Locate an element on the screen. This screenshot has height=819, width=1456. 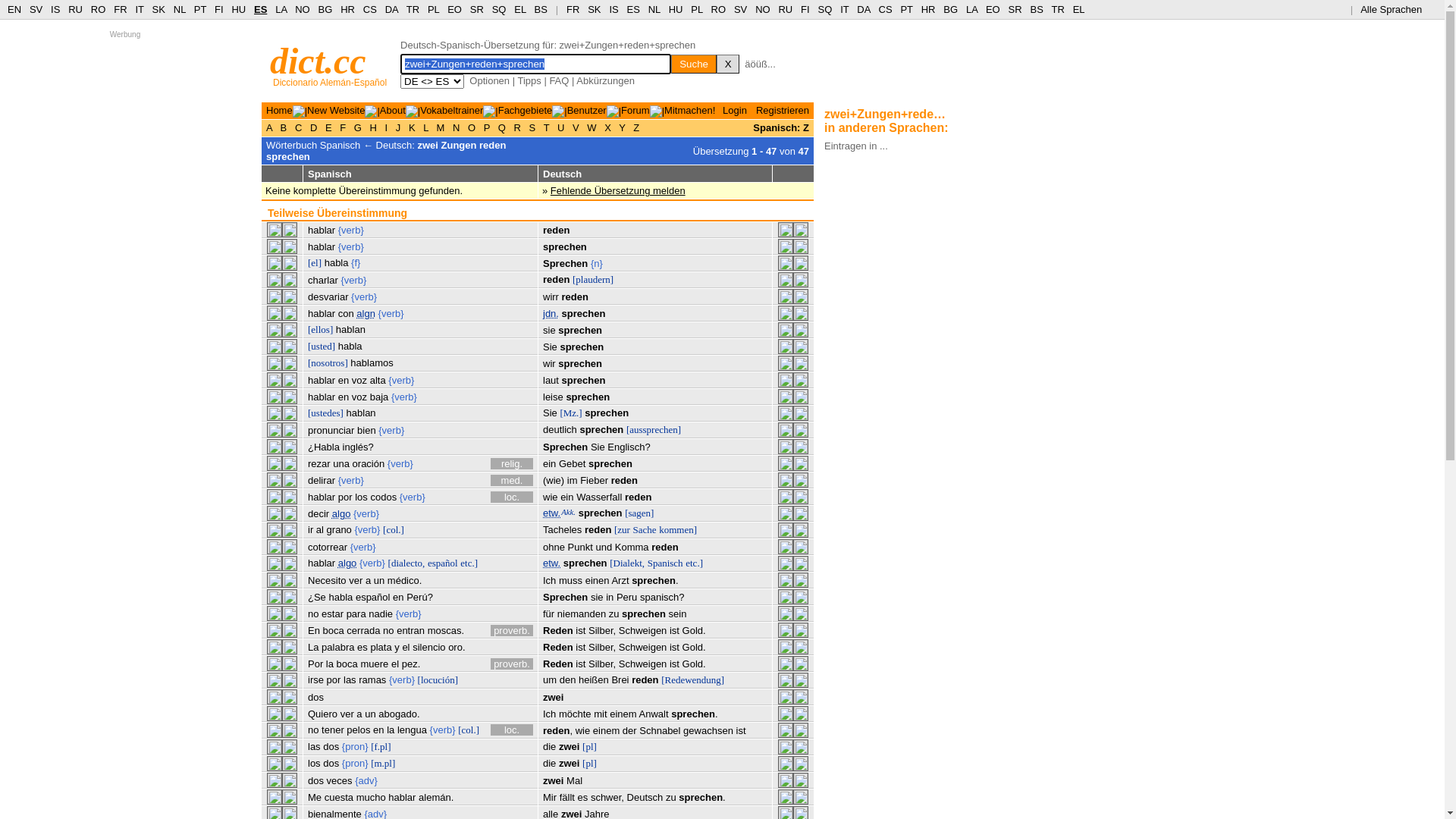
'las' is located at coordinates (349, 679).